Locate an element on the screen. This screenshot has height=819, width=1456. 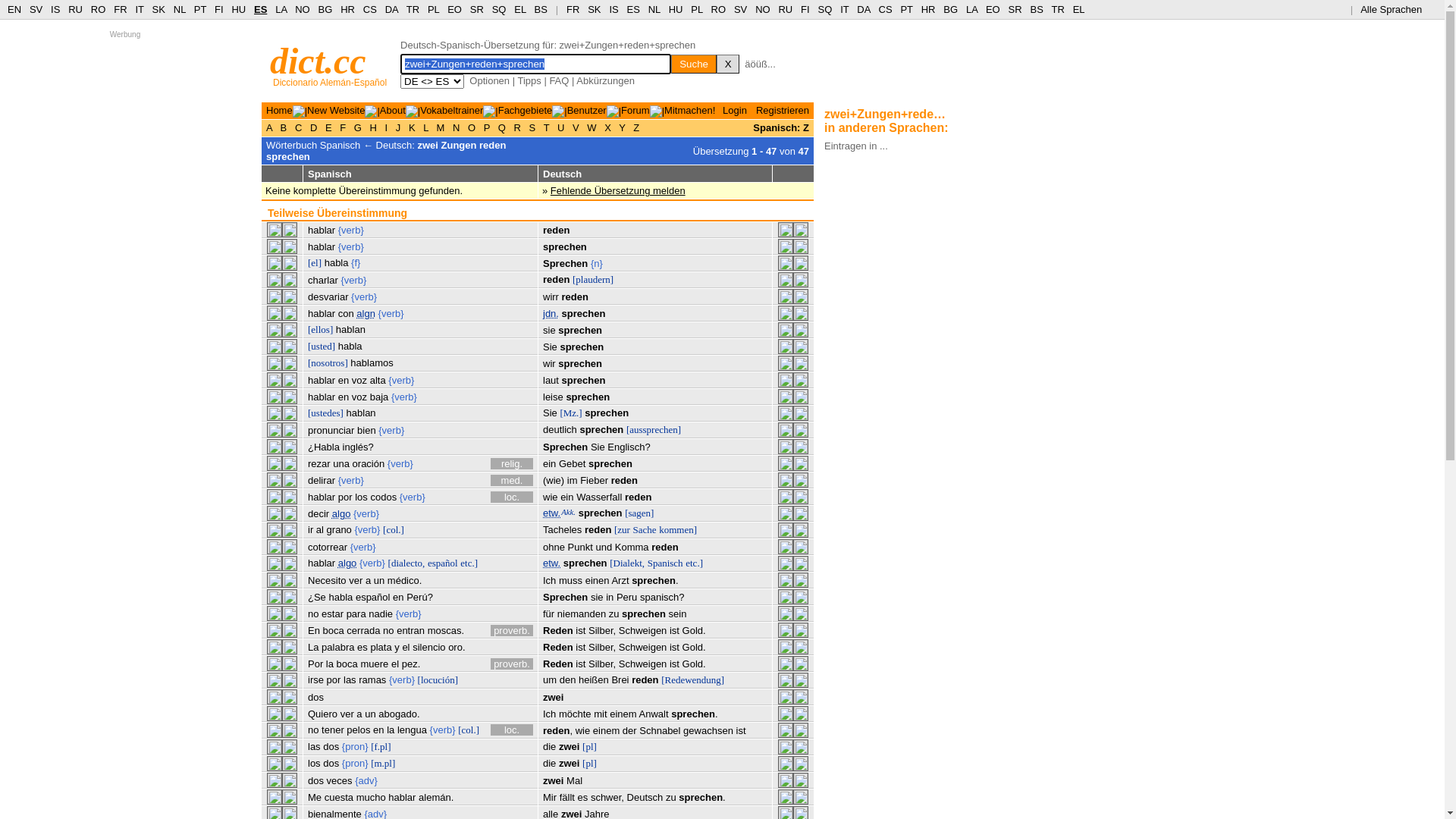
'las' is located at coordinates (349, 679).